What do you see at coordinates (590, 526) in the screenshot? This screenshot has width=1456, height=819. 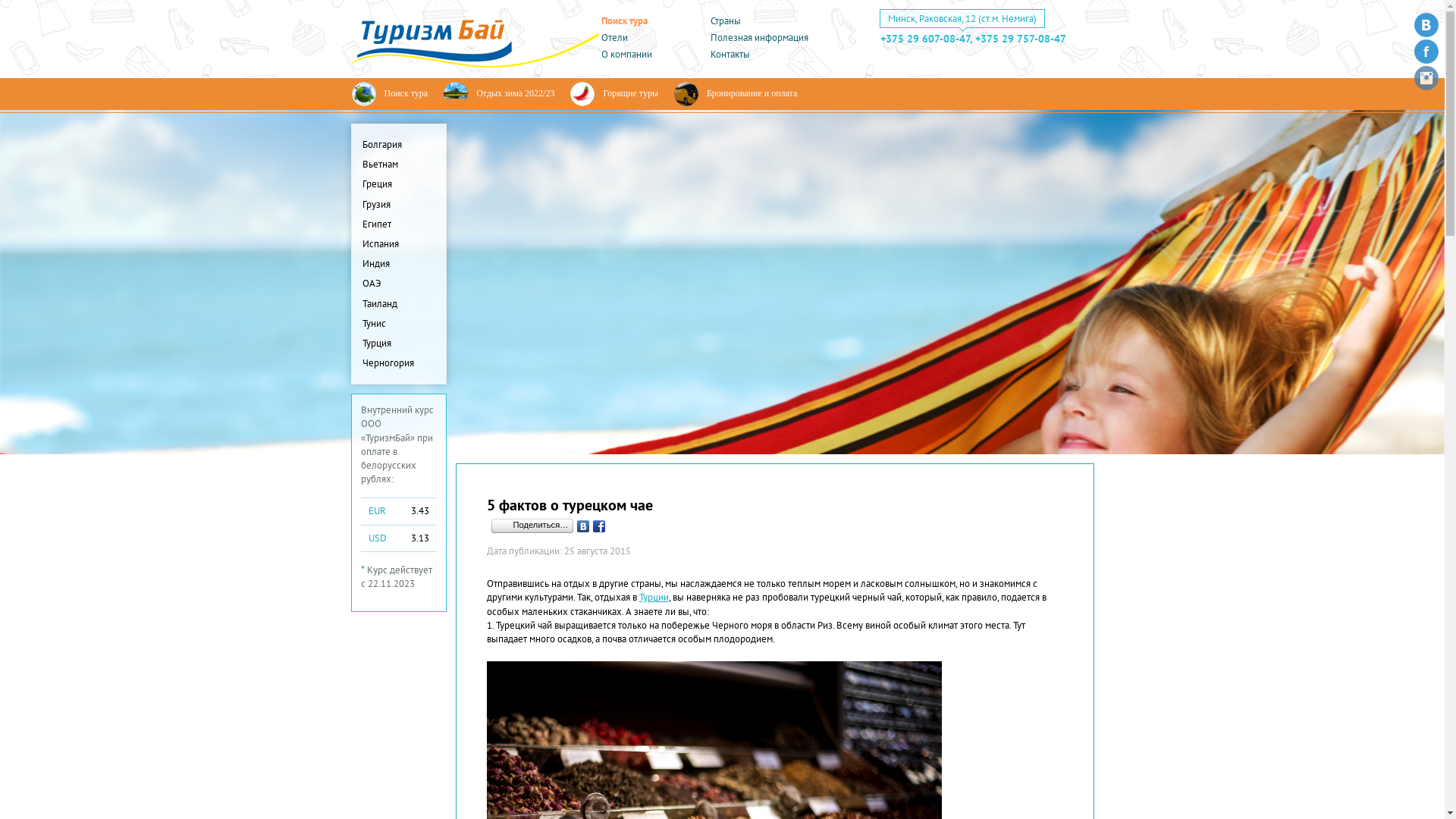 I see `'Facebook'` at bounding box center [590, 526].